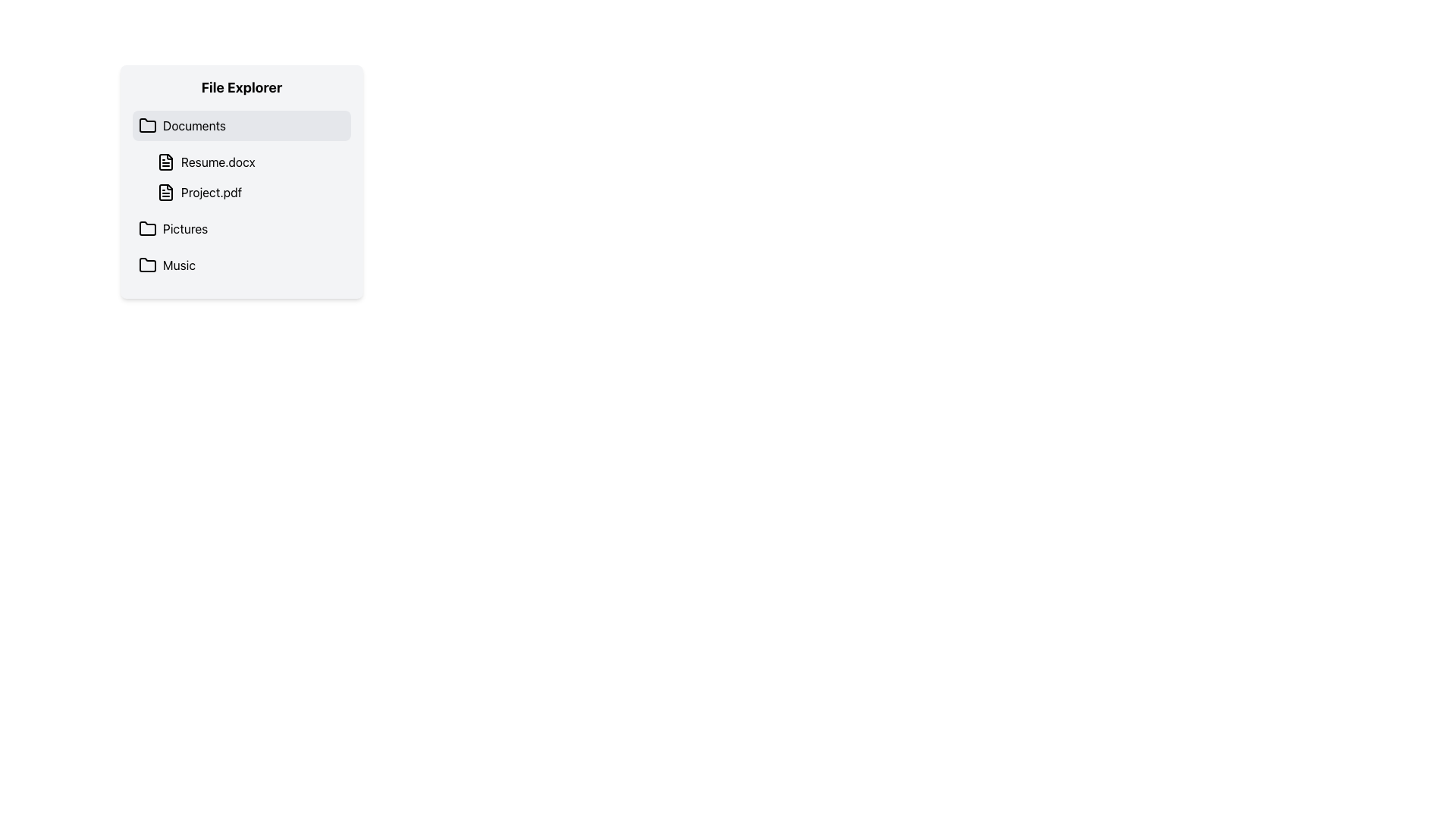 The width and height of the screenshot is (1456, 819). I want to click on the 'Documents' folder icon, which is the first item in the vertical list of the 'File Explorer' module, located to the left of the text 'Documents', so click(148, 124).